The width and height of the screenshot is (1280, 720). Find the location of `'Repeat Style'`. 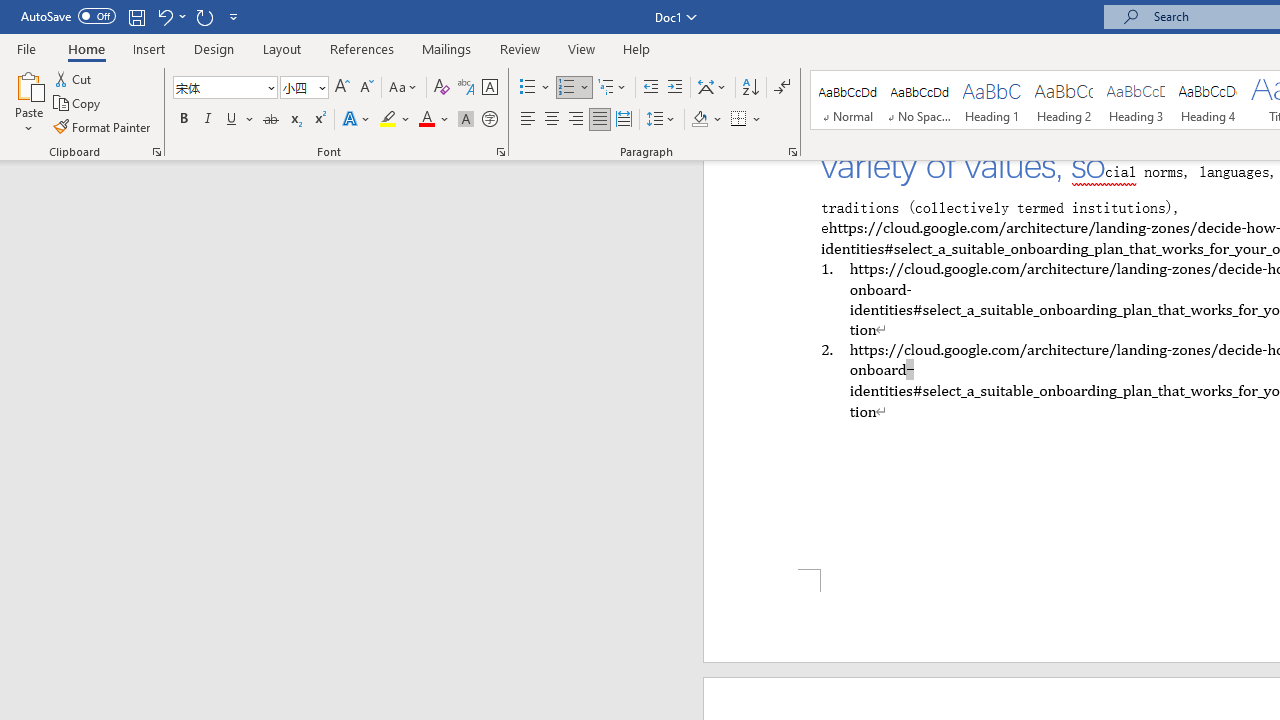

'Repeat Style' is located at coordinates (204, 16).